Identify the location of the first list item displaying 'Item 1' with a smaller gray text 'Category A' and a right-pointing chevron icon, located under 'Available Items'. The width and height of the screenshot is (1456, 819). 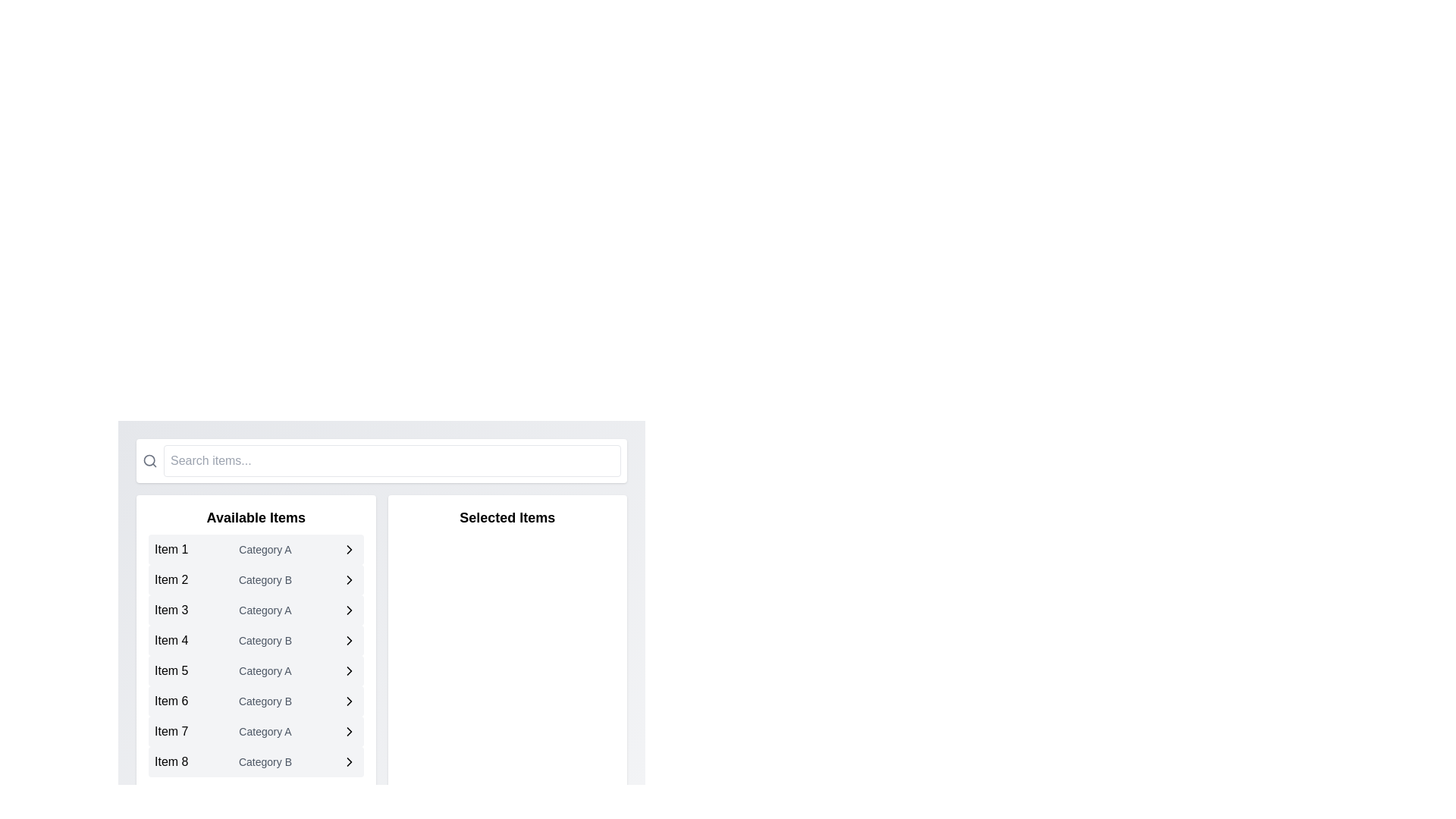
(256, 550).